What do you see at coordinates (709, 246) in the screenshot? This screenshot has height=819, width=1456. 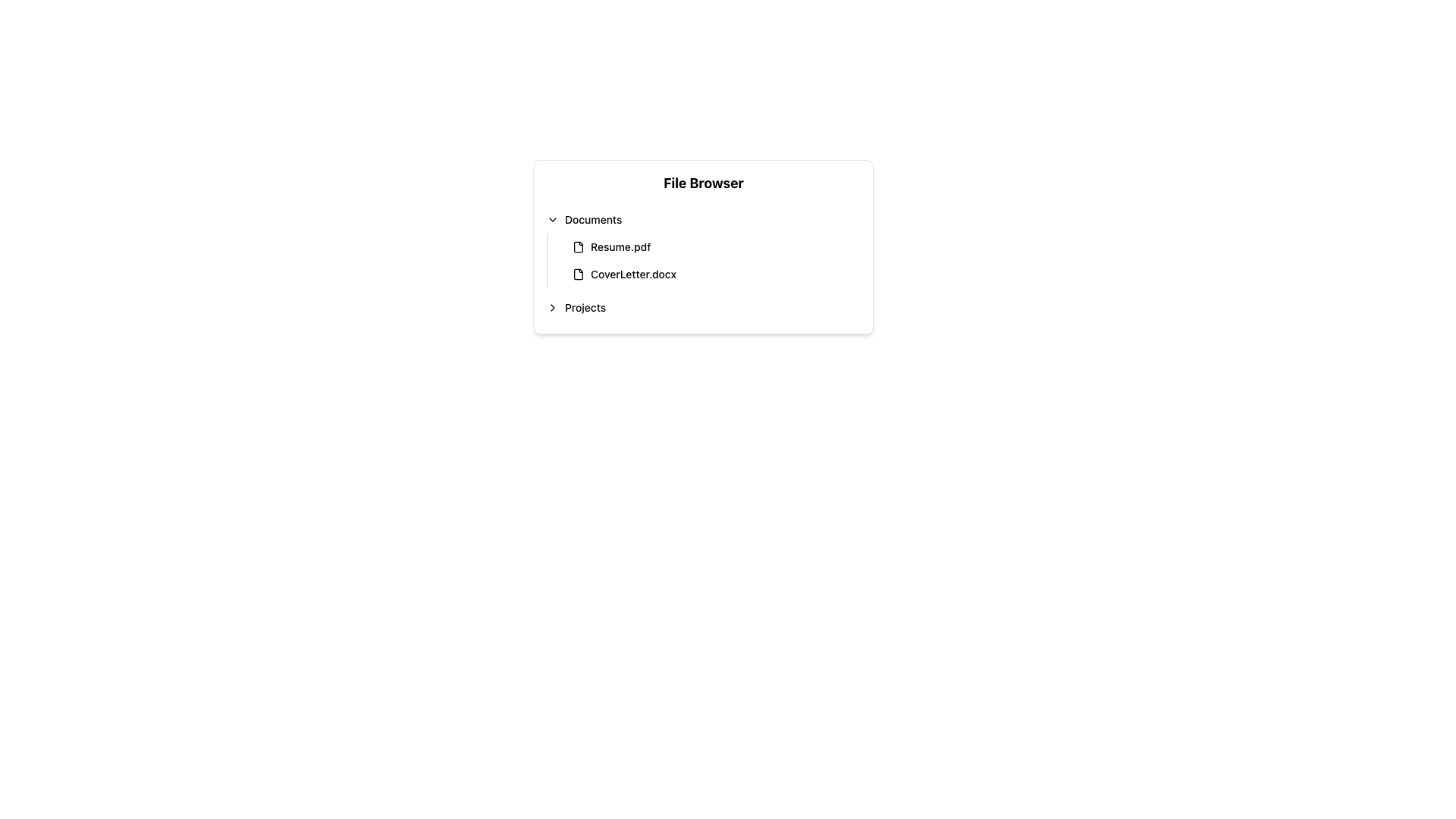 I see `the first list item labeled 'Resume.pdf'` at bounding box center [709, 246].